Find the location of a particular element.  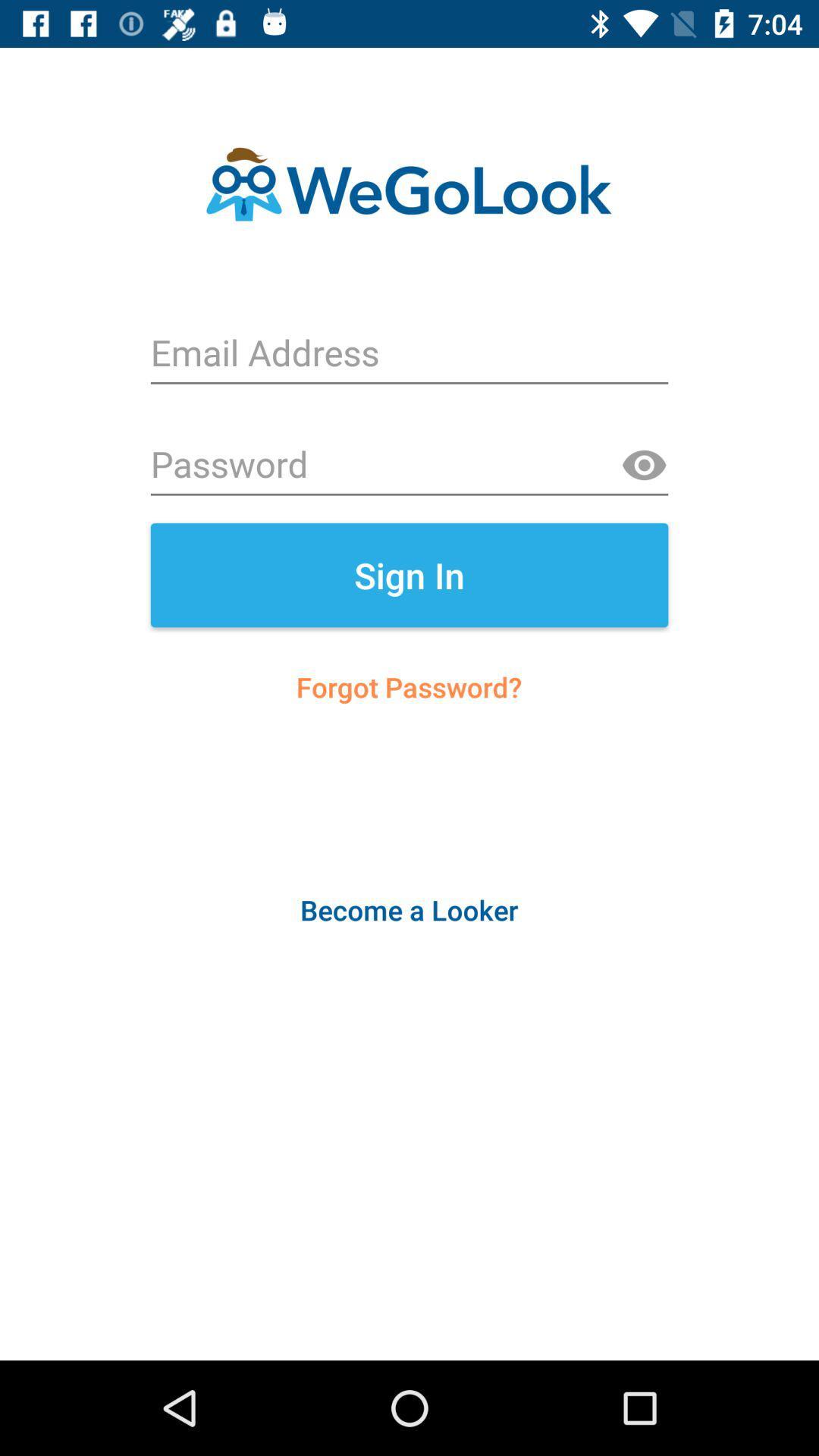

icon below the sign in item is located at coordinates (408, 686).